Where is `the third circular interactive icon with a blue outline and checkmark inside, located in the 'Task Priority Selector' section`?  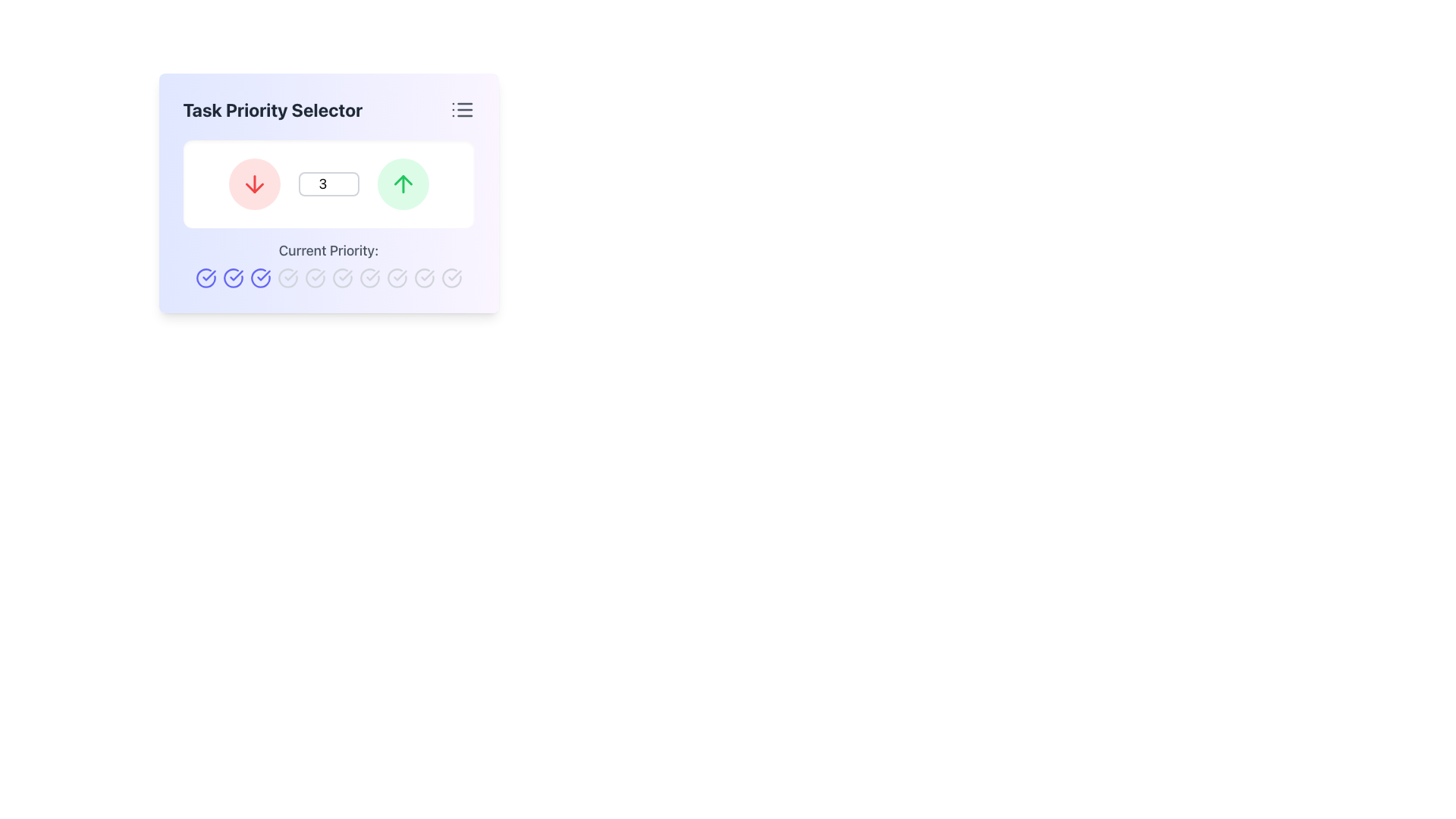
the third circular interactive icon with a blue outline and checkmark inside, located in the 'Task Priority Selector' section is located at coordinates (232, 278).